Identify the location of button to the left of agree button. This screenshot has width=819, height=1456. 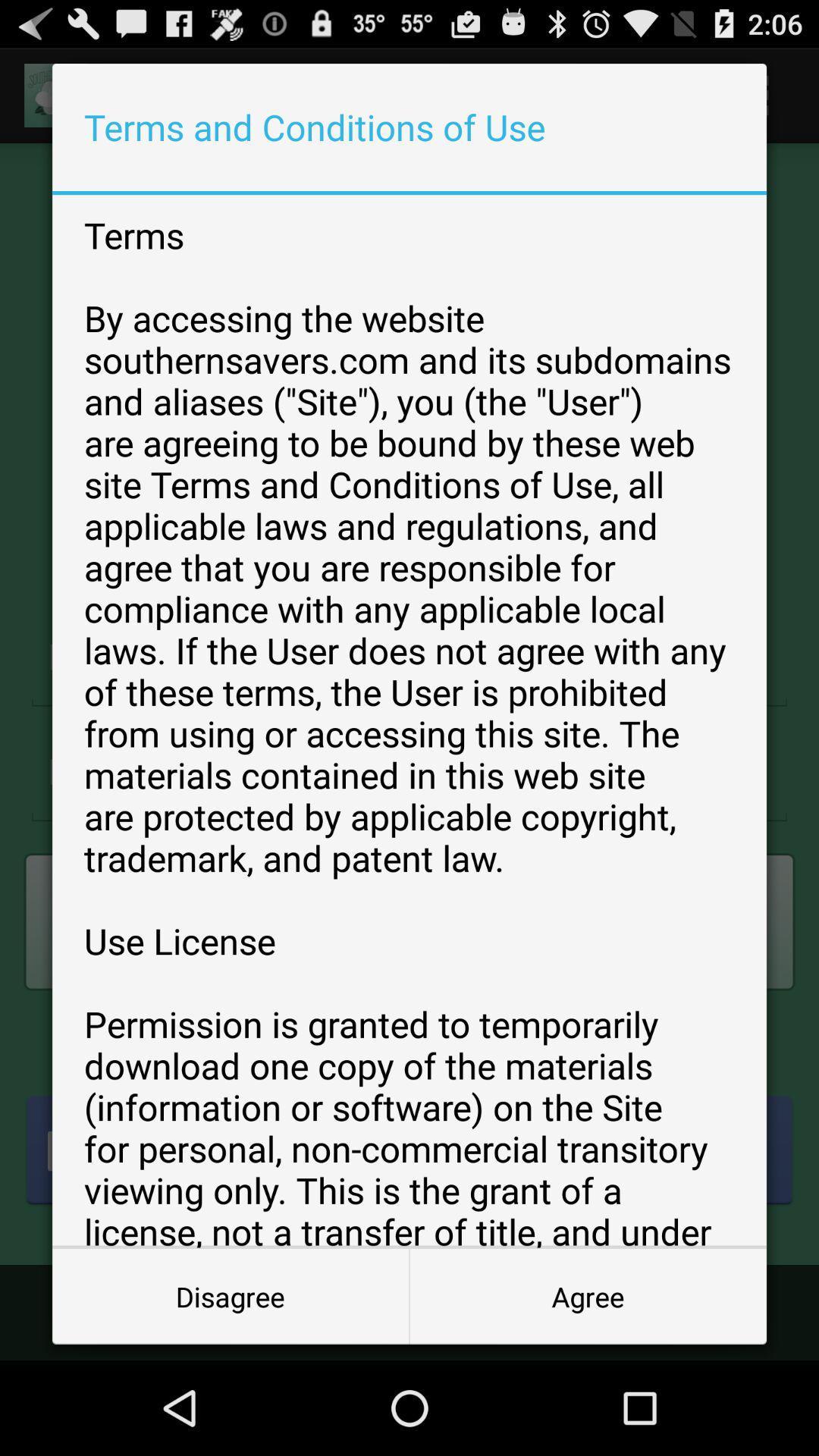
(231, 1295).